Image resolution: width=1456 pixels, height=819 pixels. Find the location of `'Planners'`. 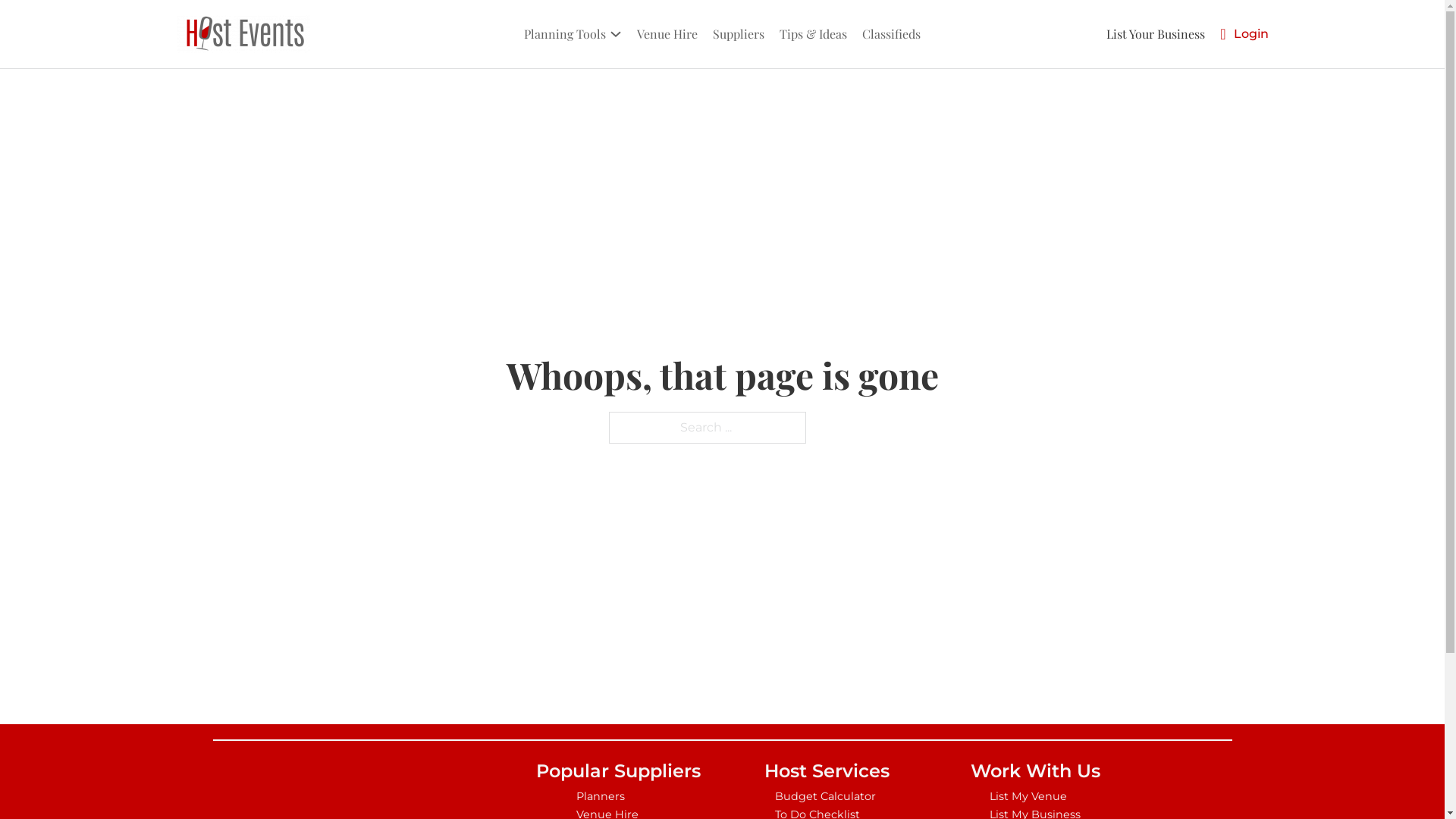

'Planners' is located at coordinates (618, 795).